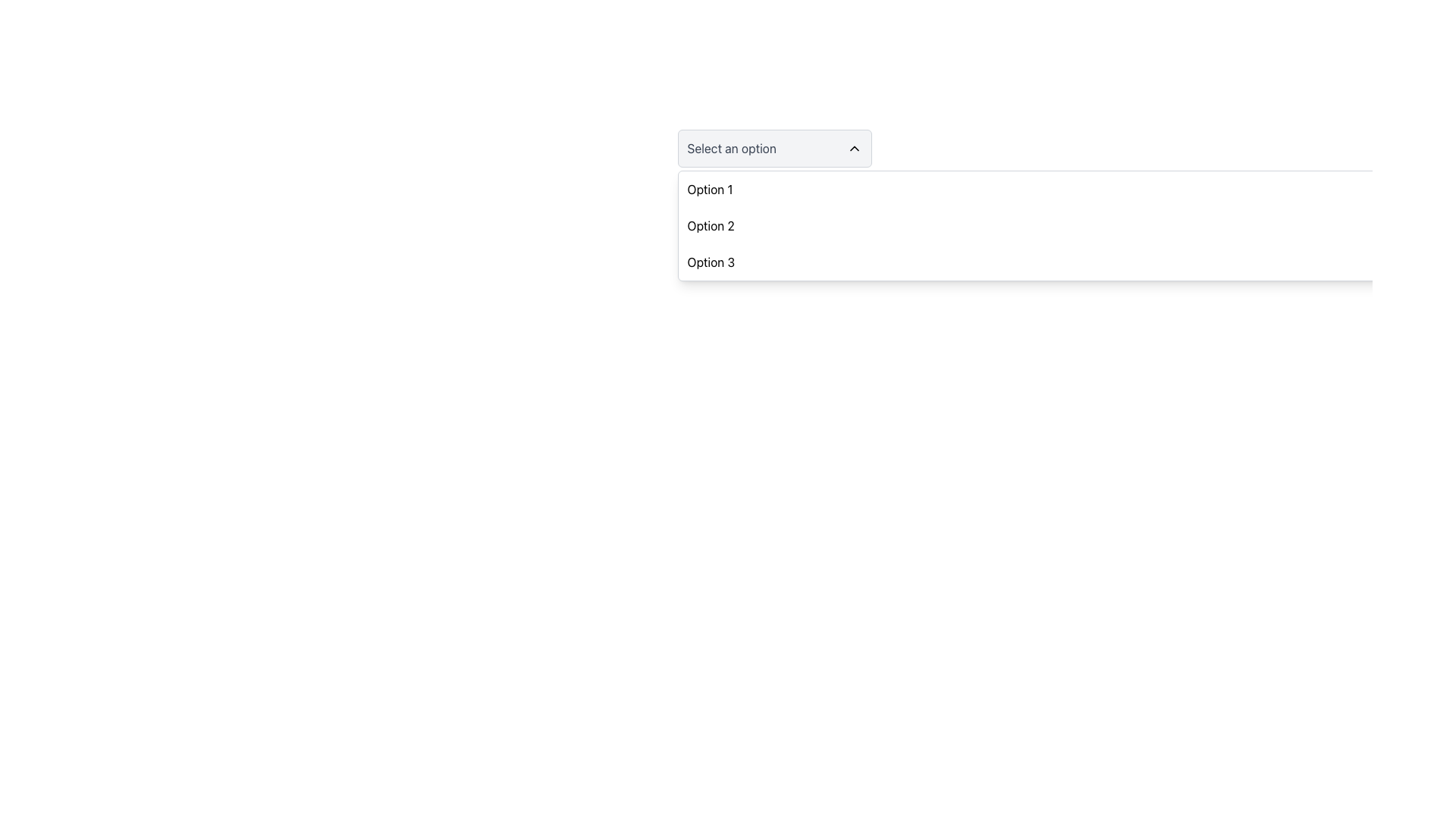  What do you see at coordinates (709, 189) in the screenshot?
I see `the 'Option 1' item in the dropdown menu` at bounding box center [709, 189].